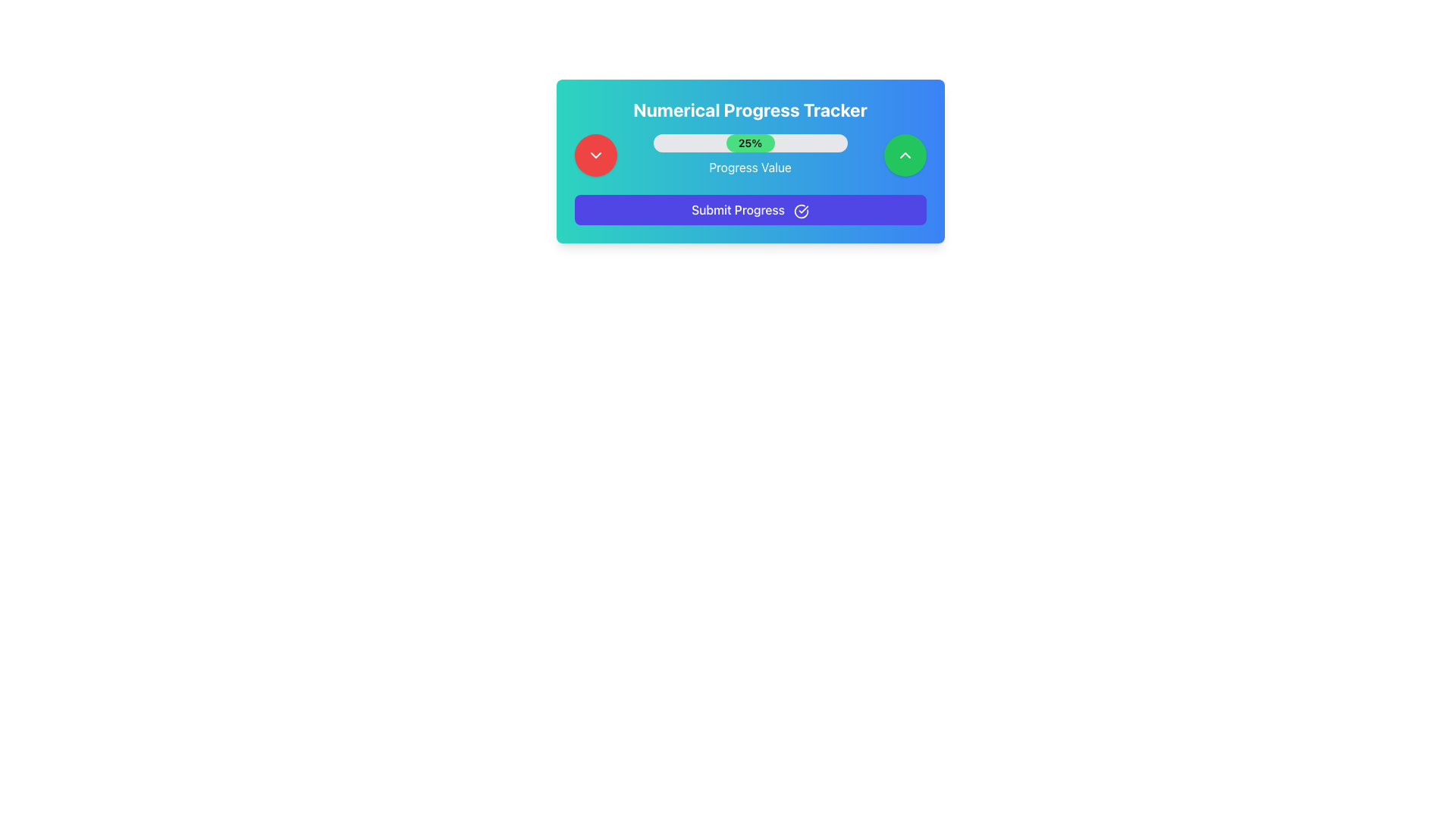  What do you see at coordinates (800, 211) in the screenshot?
I see `the circular icon with a checkmark inside, positioned inline at the right edge of the 'Submit Progress' button, to confirm submission` at bounding box center [800, 211].